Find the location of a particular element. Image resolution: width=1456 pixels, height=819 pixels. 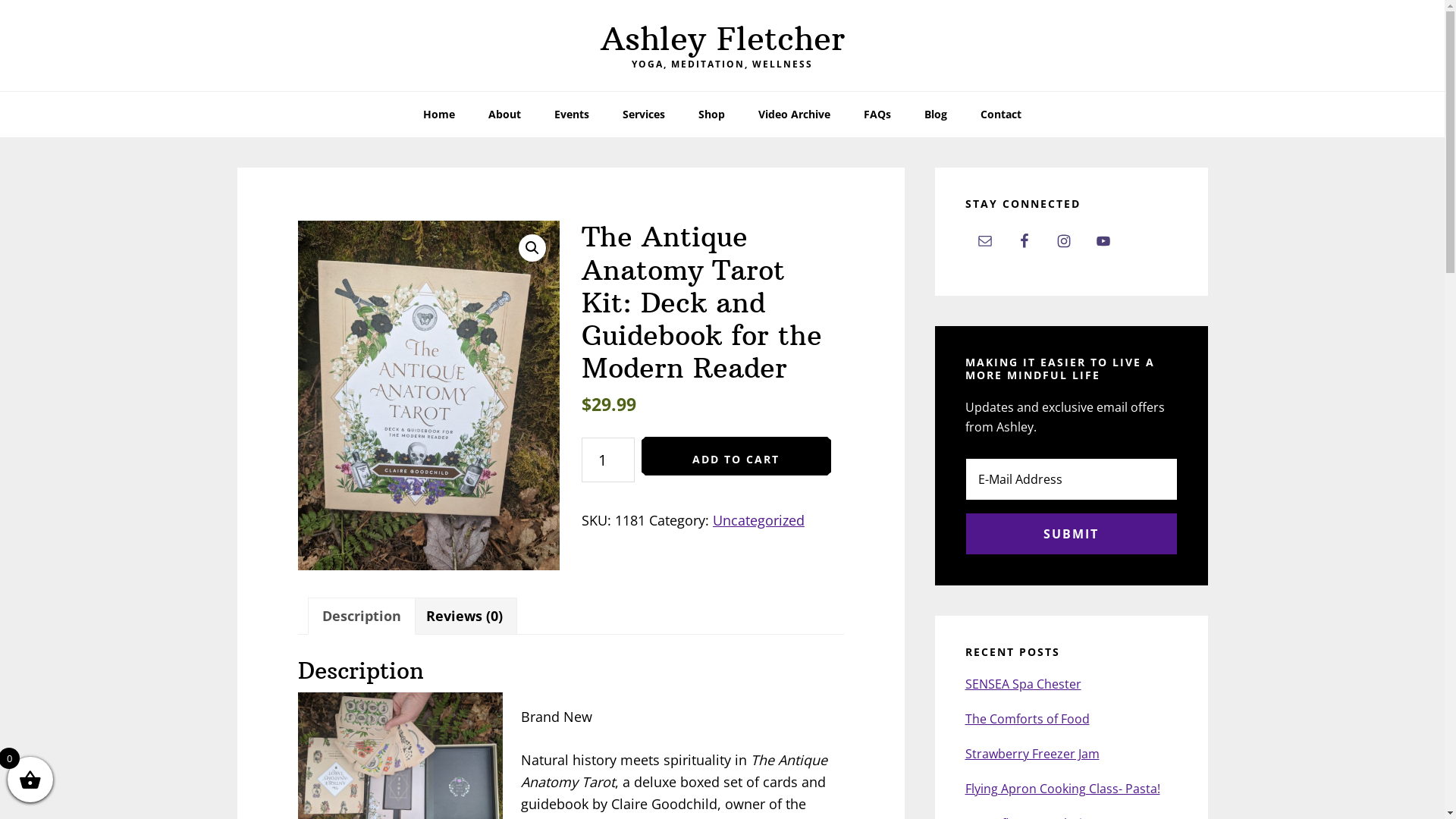

'About' is located at coordinates (504, 113).